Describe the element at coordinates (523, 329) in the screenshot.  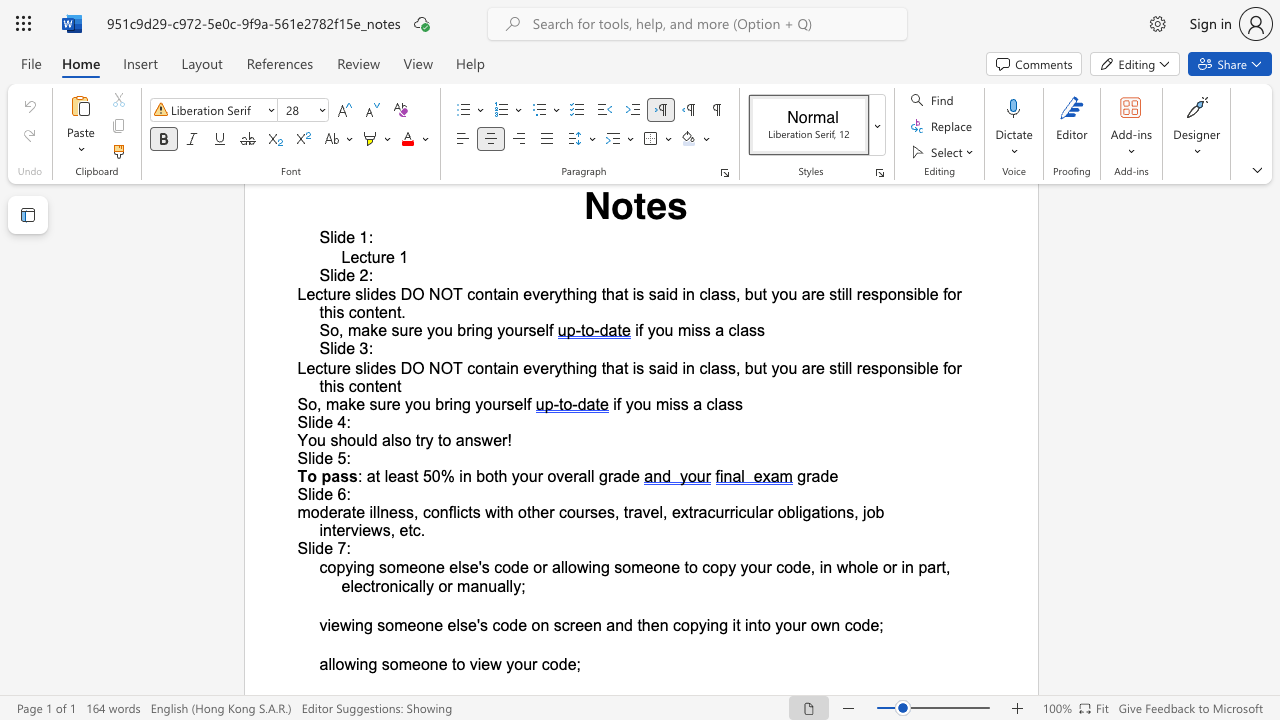
I see `the subset text "rse" within the text "So, make sure you bring yourself"` at that location.